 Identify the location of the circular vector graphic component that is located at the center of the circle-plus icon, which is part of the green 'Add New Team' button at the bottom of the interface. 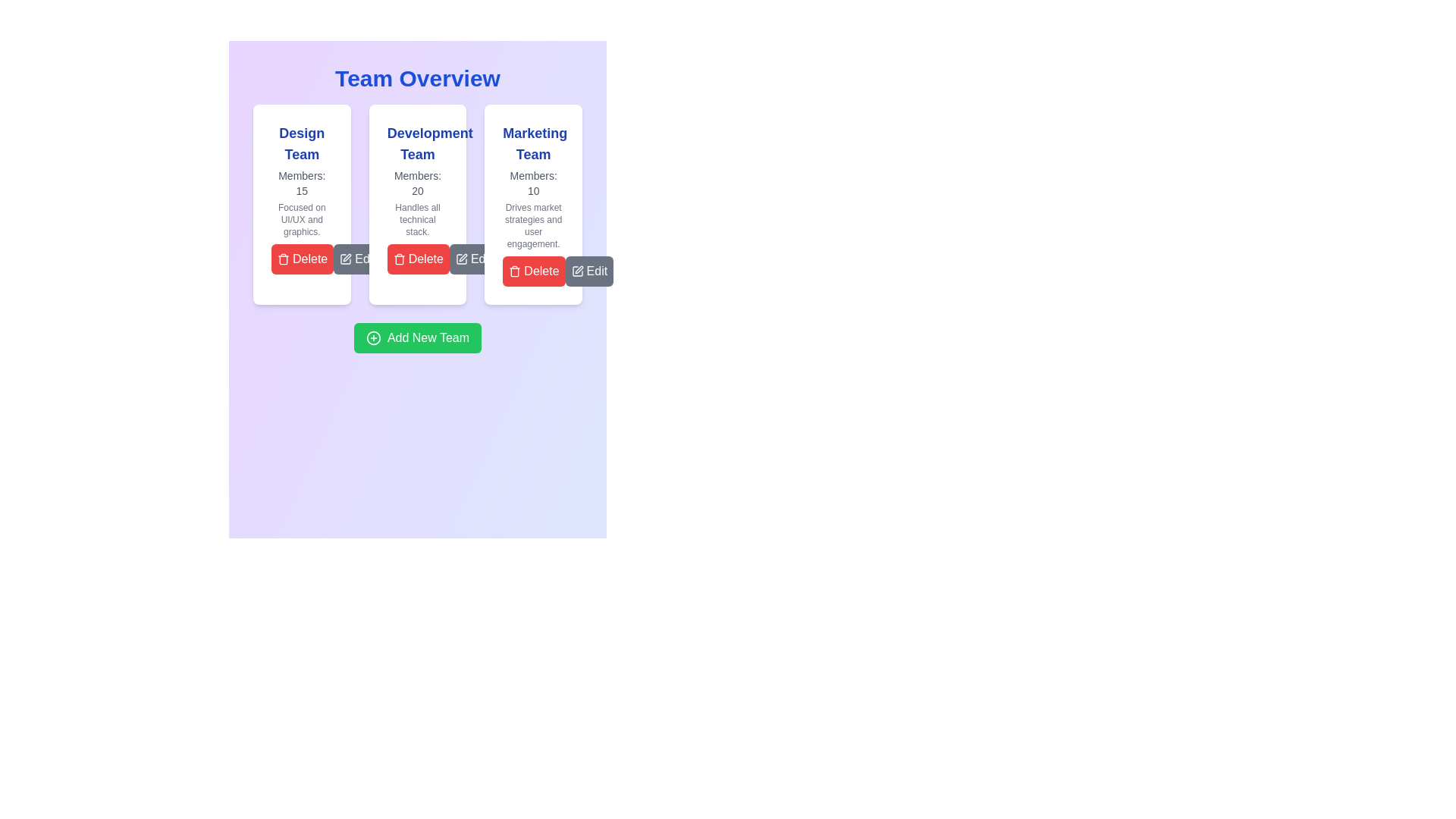
(373, 337).